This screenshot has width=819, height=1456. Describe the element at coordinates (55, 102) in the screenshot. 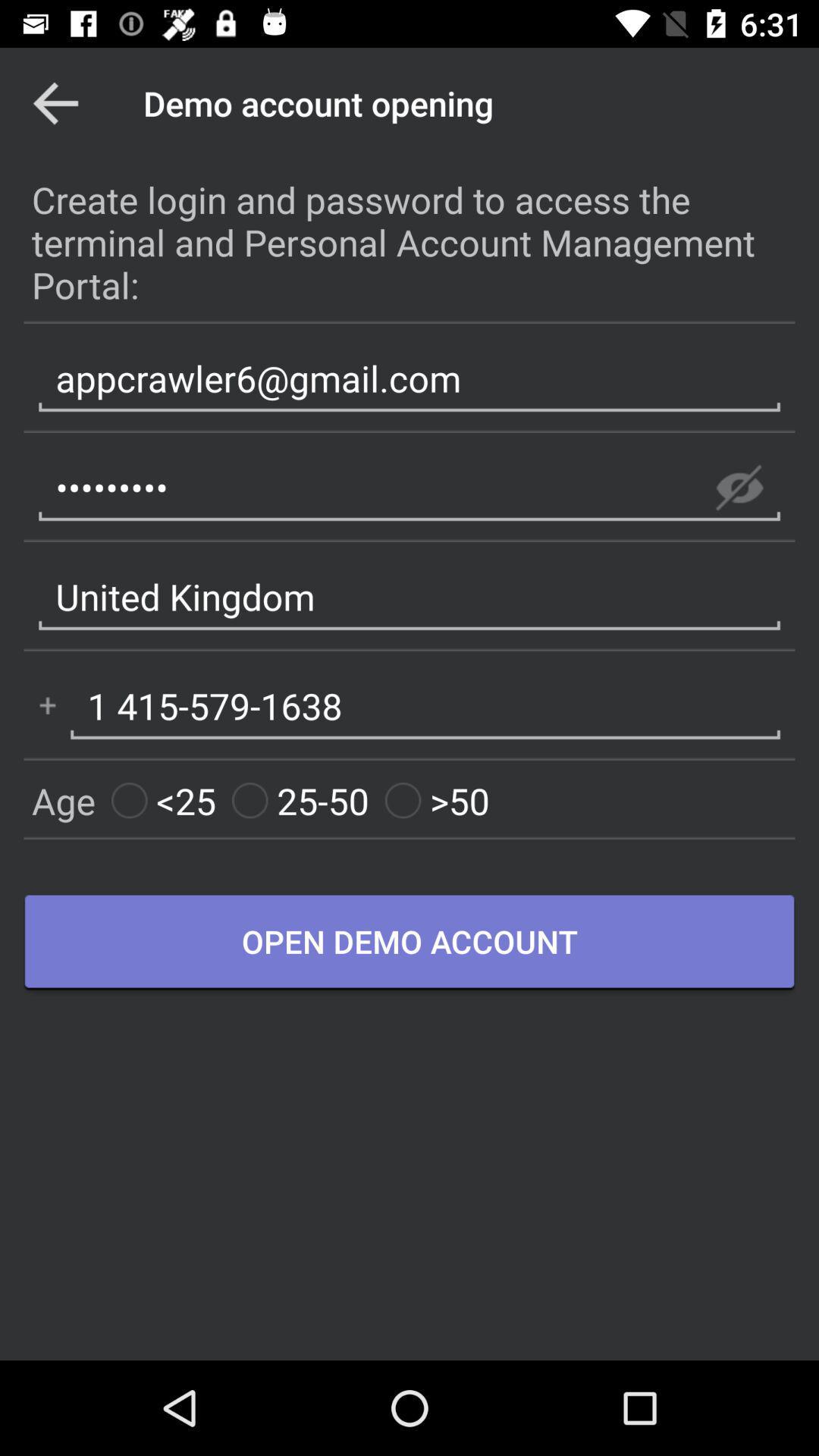

I see `icon at the top left corner` at that location.